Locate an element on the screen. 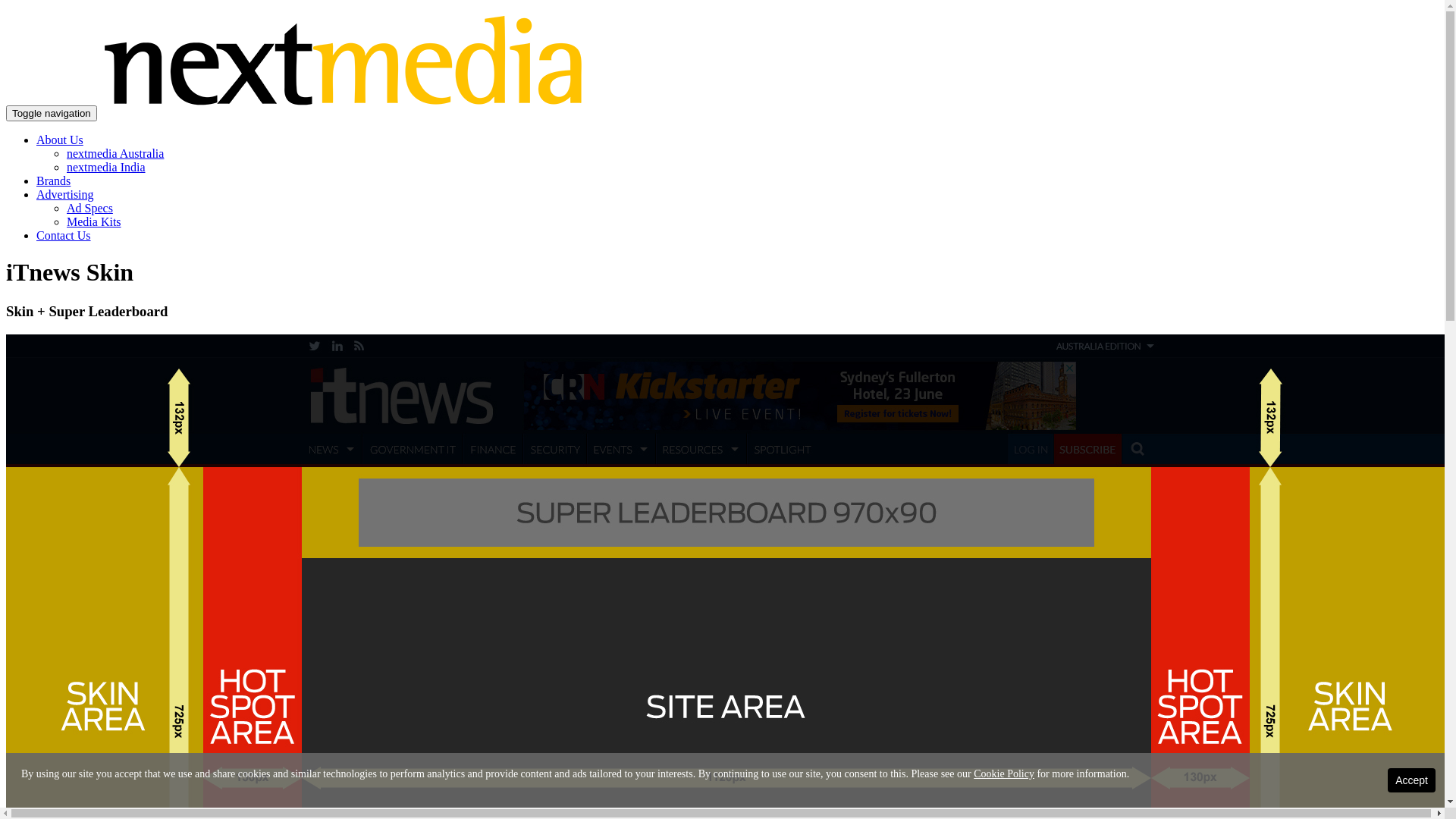  'Media Kits' is located at coordinates (93, 221).